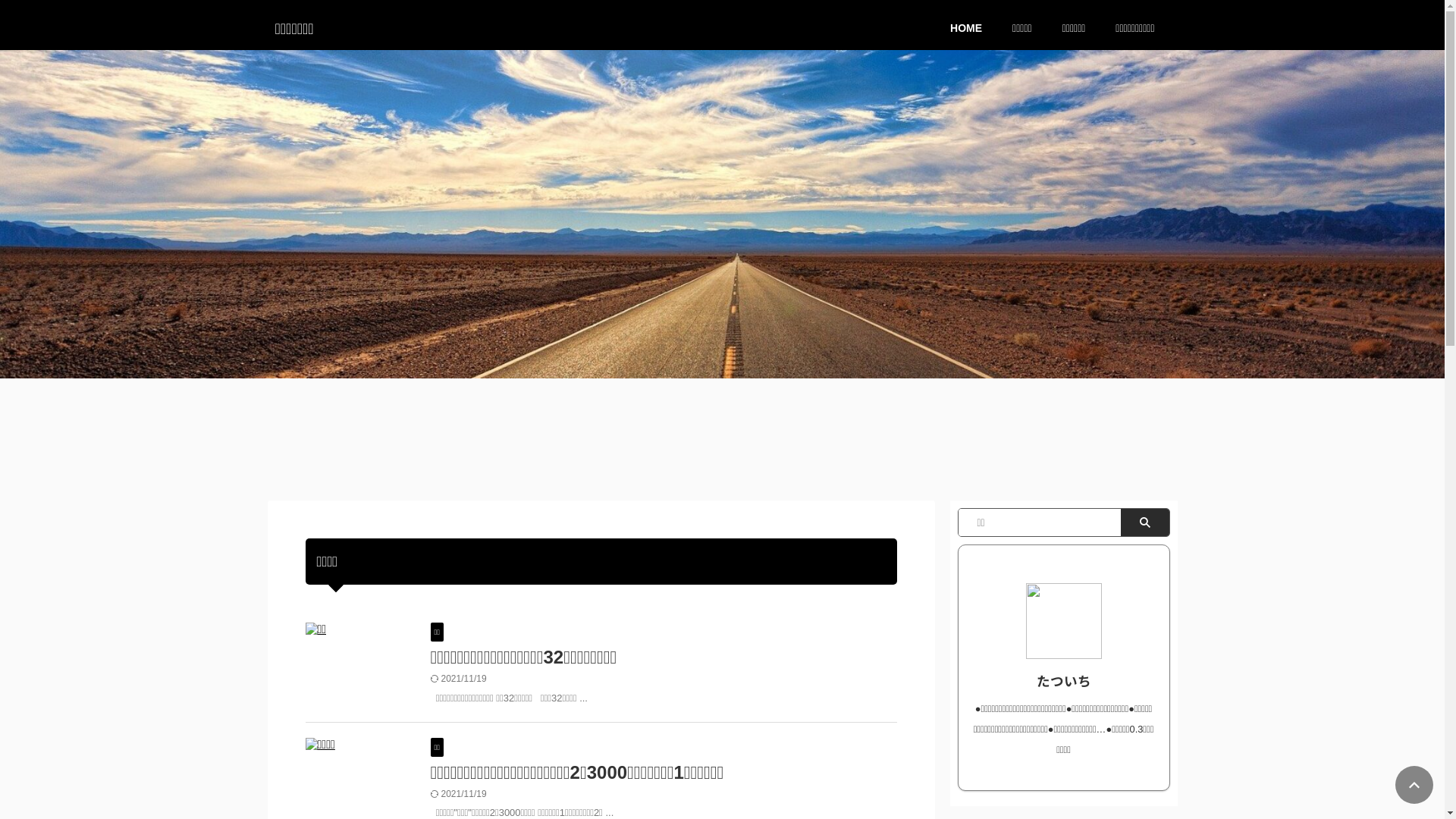 The width and height of the screenshot is (1456, 819). I want to click on 'HOME', so click(965, 27).